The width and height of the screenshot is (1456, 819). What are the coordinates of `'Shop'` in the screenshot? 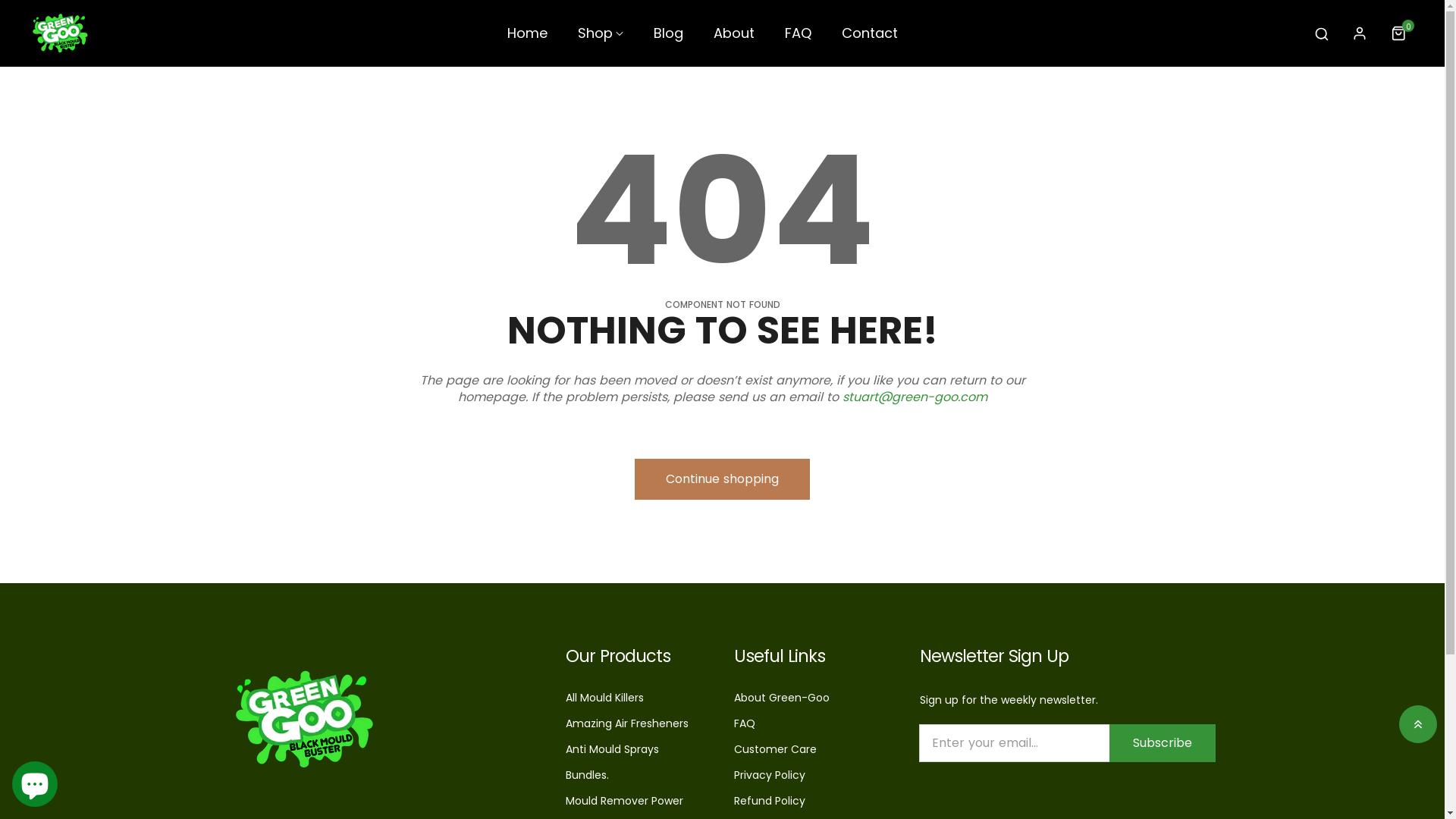 It's located at (600, 39).